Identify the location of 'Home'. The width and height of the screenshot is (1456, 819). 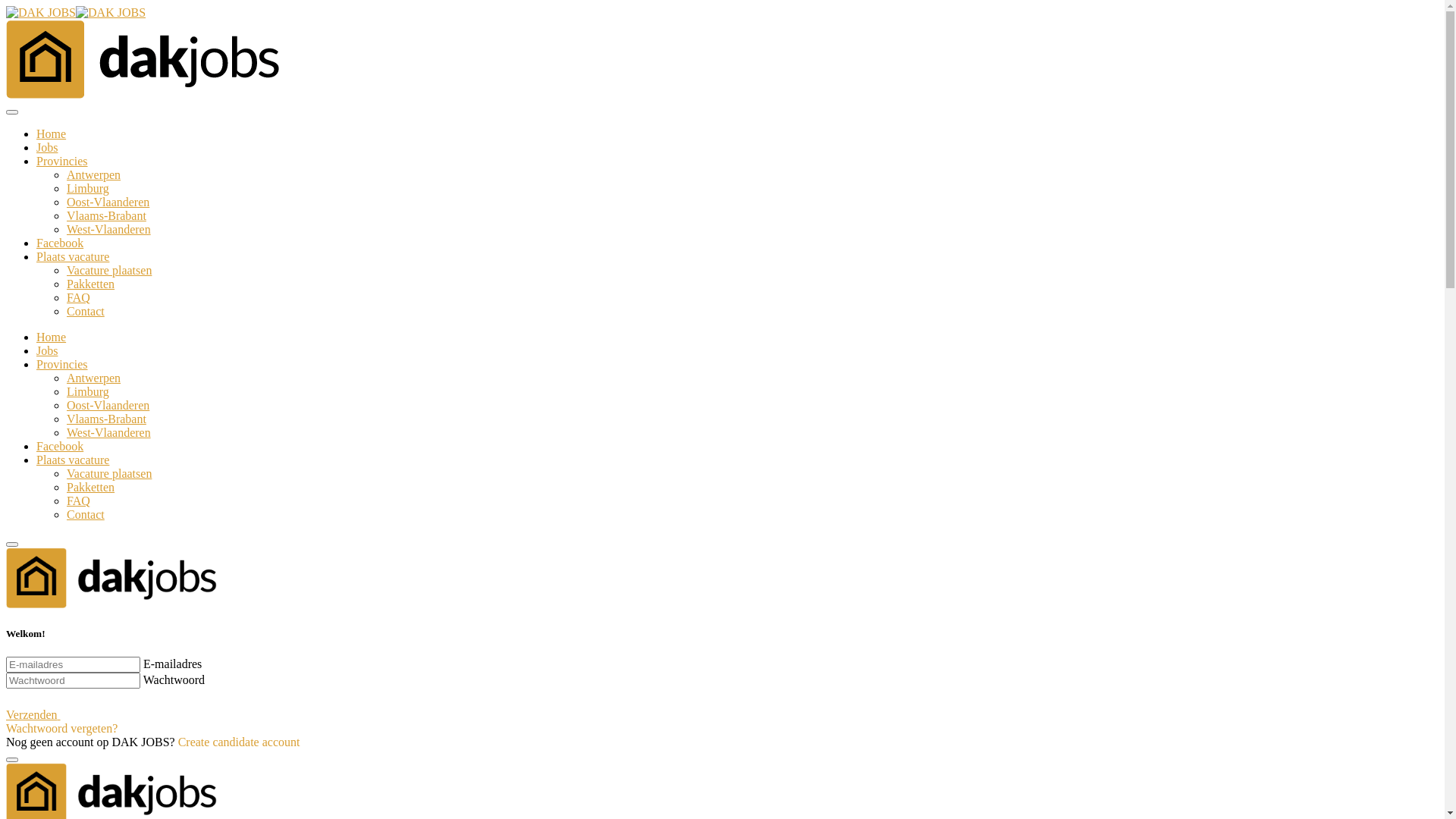
(51, 133).